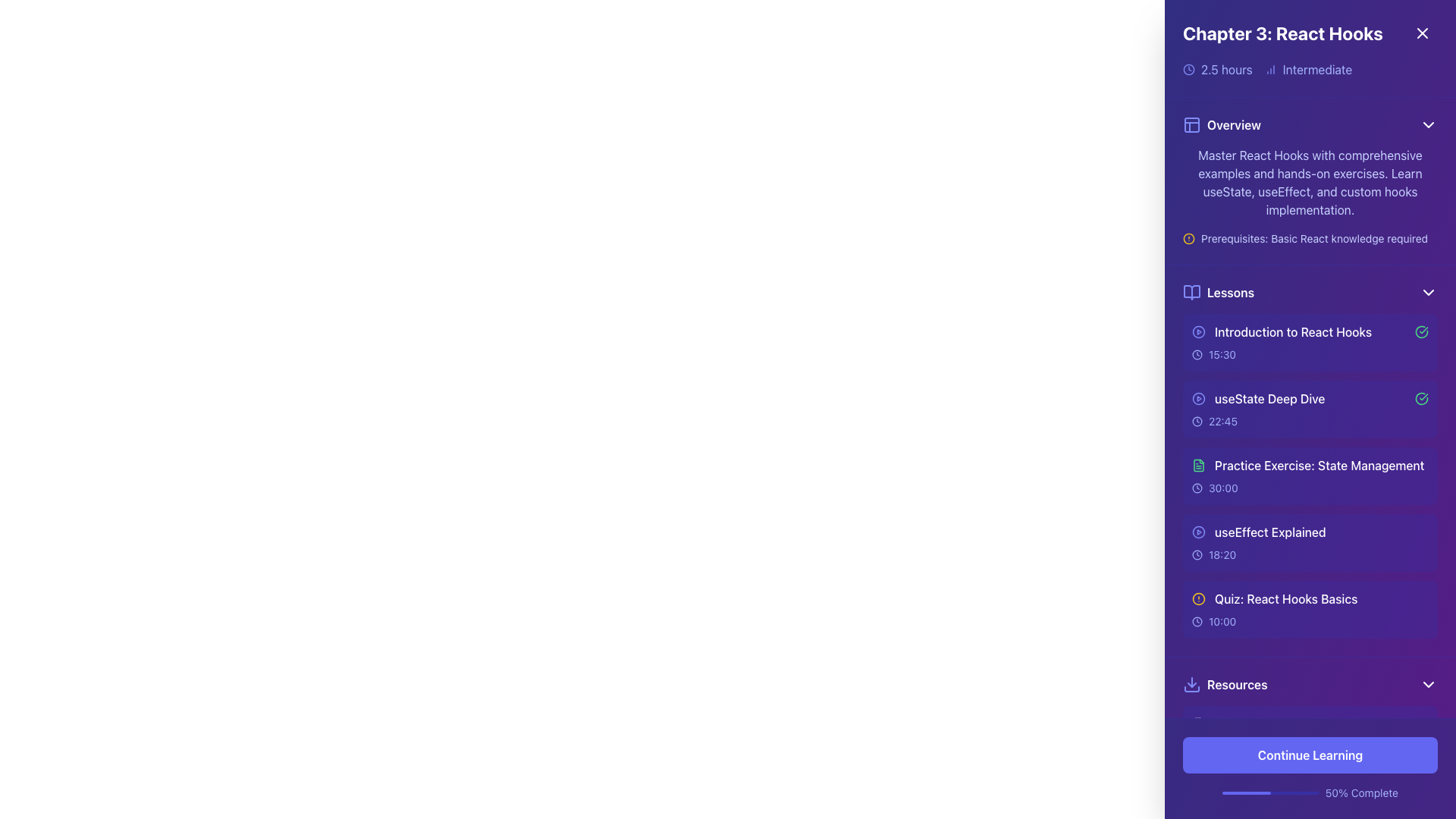 Image resolution: width=1456 pixels, height=819 pixels. I want to click on the file/document icon located in the upper-left corner of the 'Exercise Files' section, immediately, so click(1197, 769).